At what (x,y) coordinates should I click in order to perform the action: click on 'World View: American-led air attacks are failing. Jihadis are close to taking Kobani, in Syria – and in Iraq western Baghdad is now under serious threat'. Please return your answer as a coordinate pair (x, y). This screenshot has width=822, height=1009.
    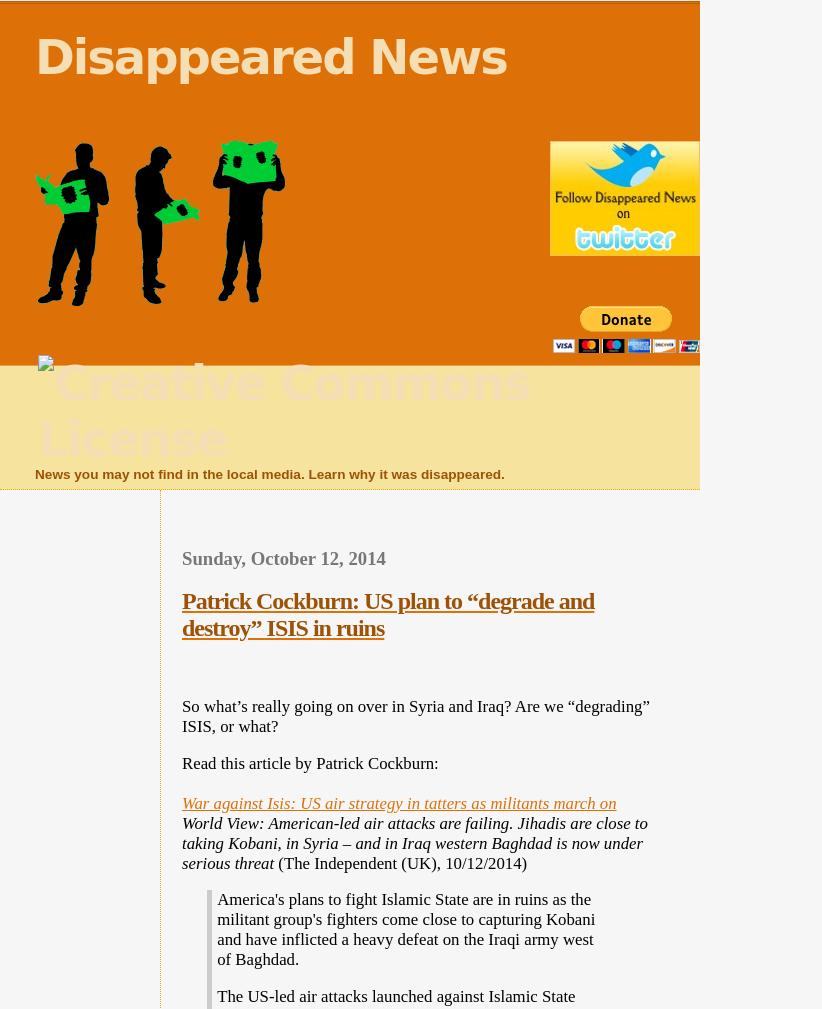
    Looking at the image, I should click on (413, 842).